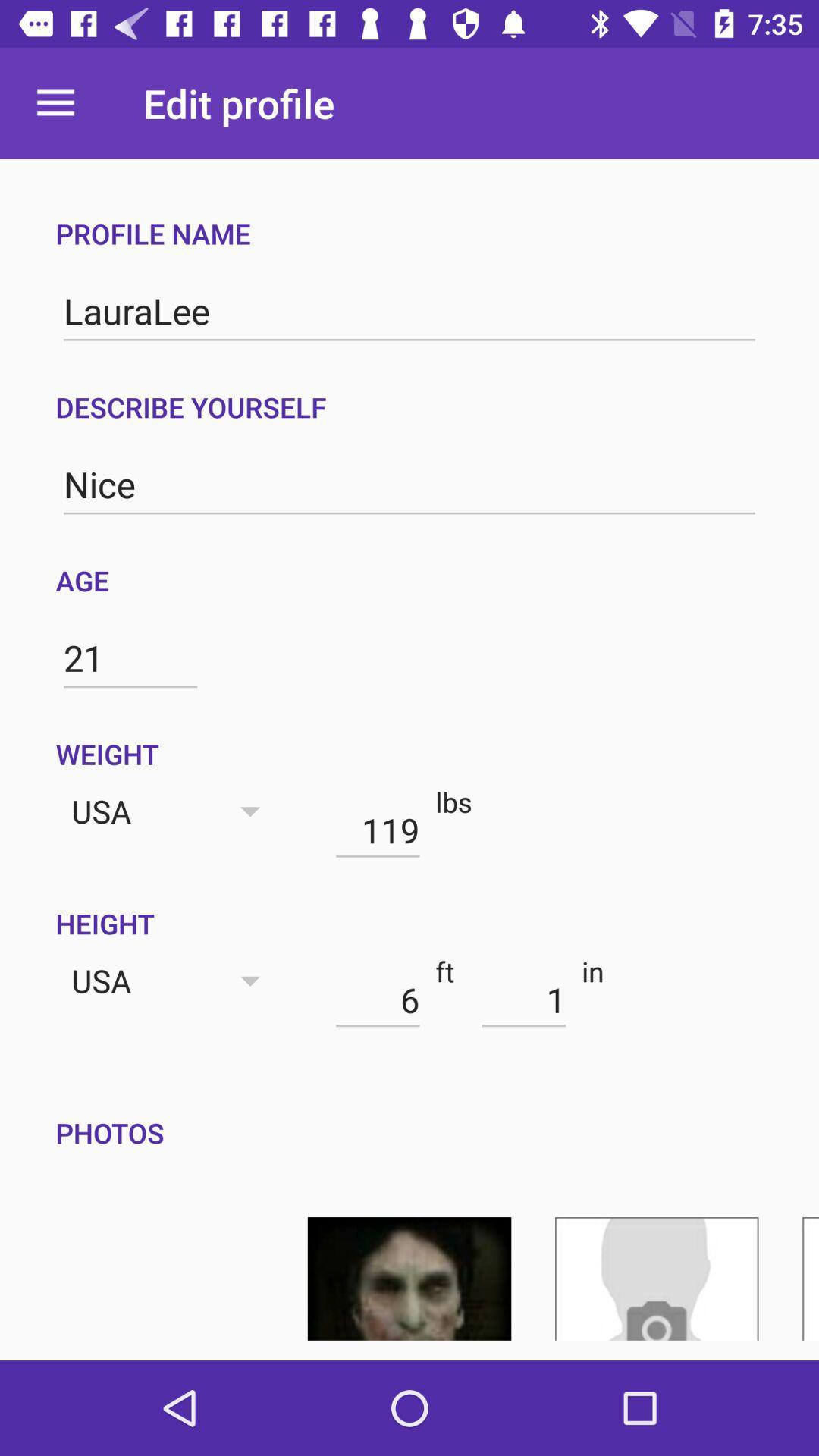  What do you see at coordinates (377, 829) in the screenshot?
I see `the icon below weight item` at bounding box center [377, 829].